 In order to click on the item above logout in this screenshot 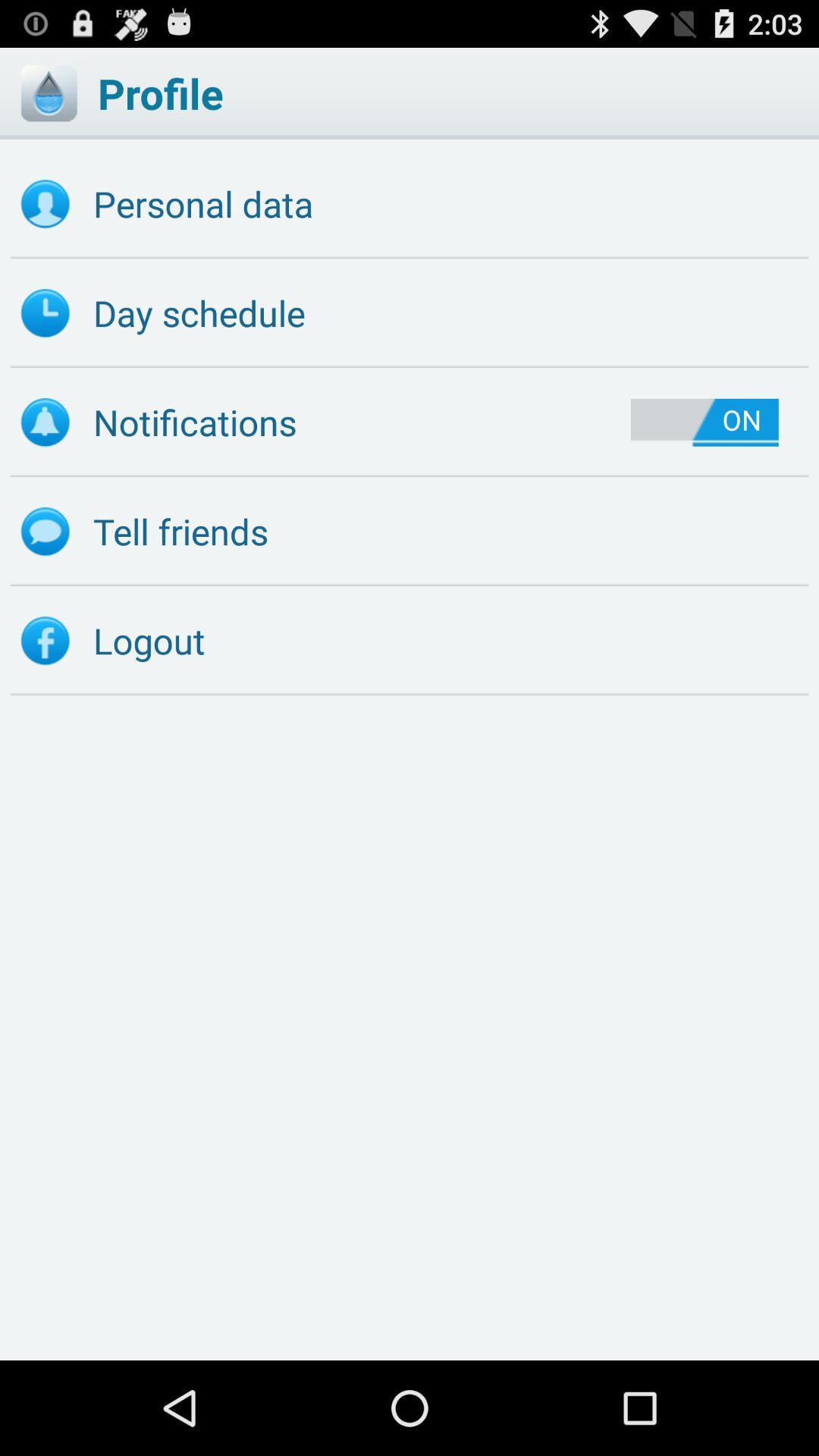, I will do `click(409, 532)`.